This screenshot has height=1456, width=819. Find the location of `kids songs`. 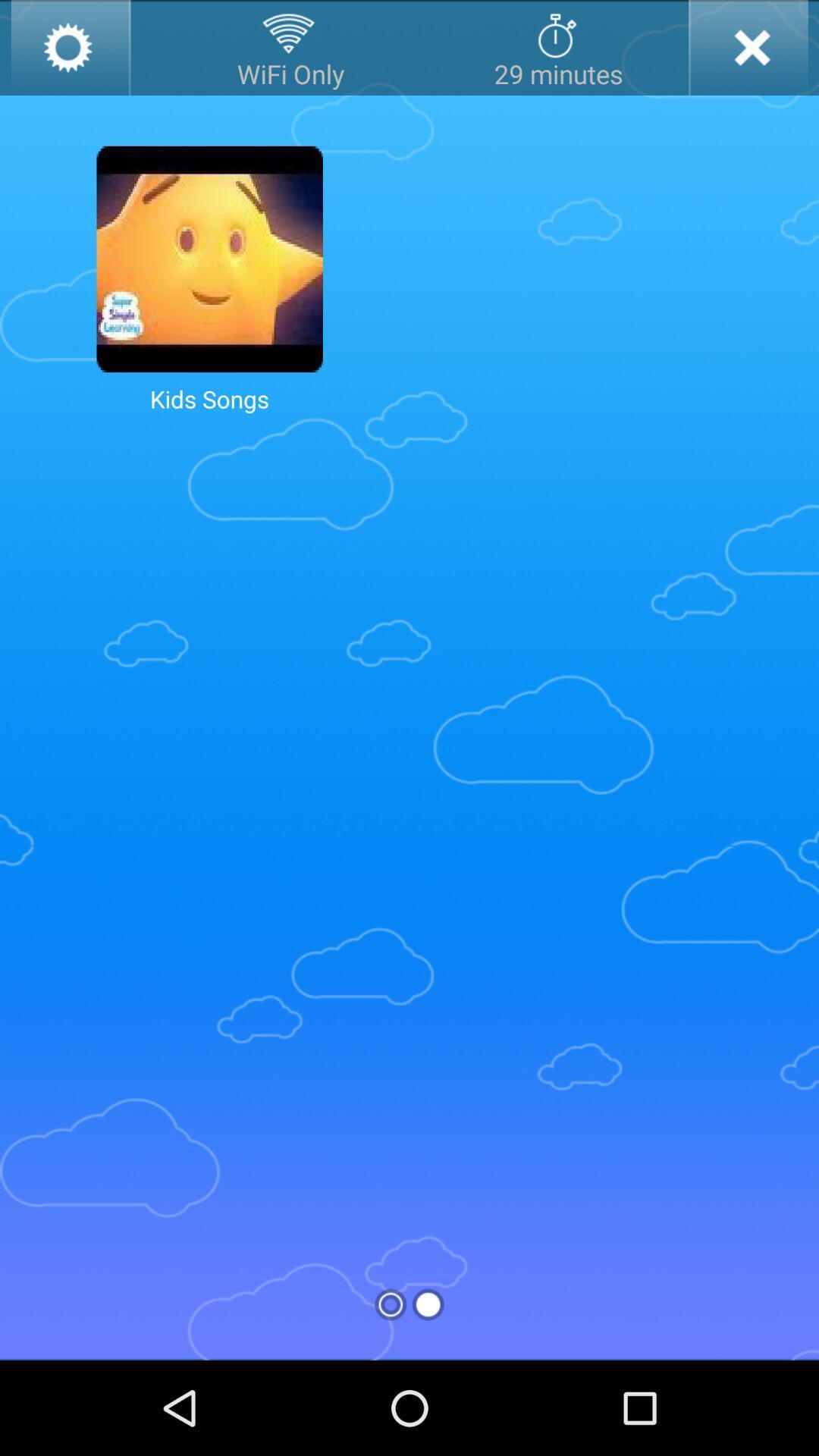

kids songs is located at coordinates (209, 259).